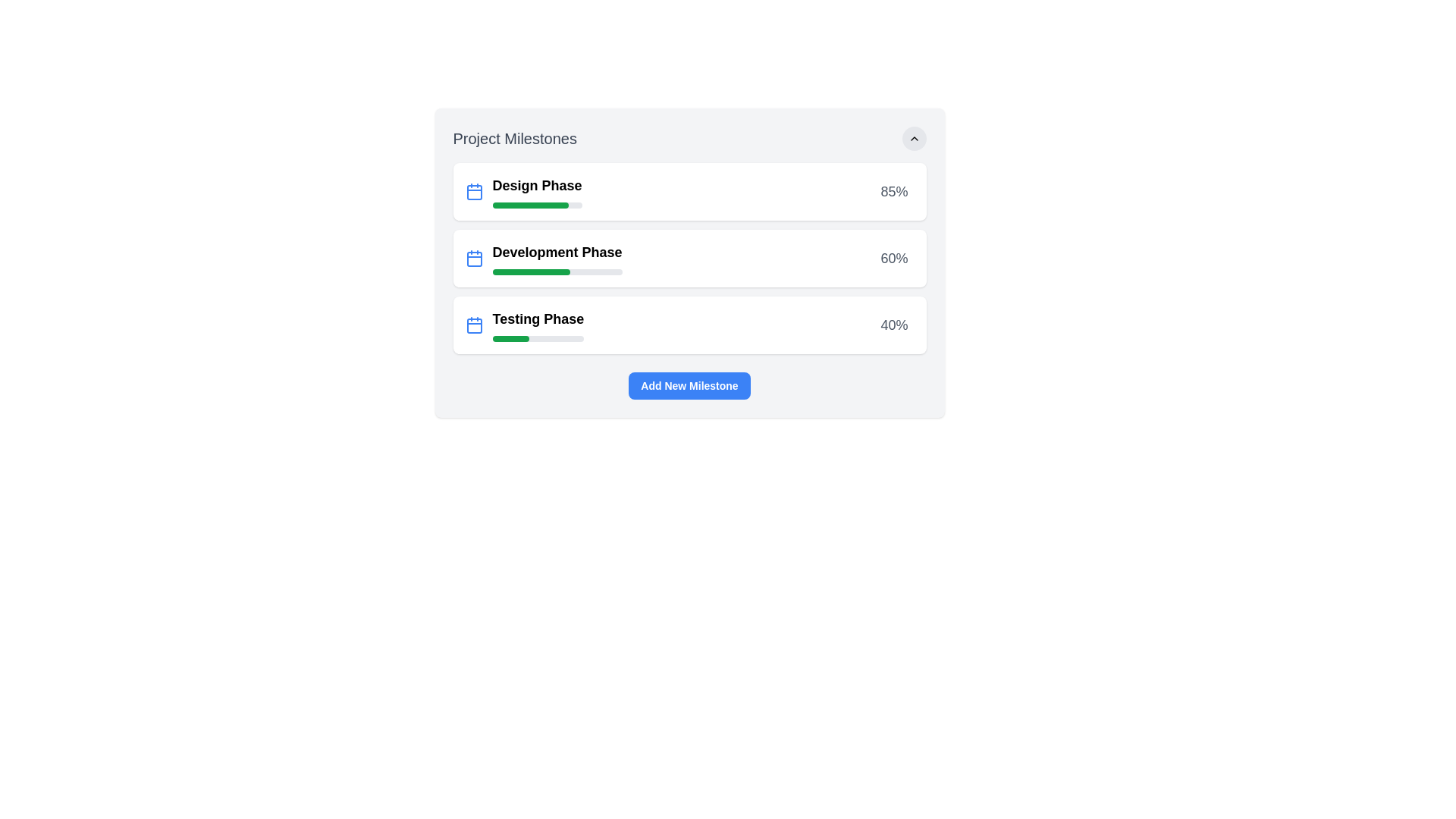 This screenshot has height=819, width=1456. Describe the element at coordinates (473, 192) in the screenshot. I see `the decorative shape within the blue calendar icon, which has rounded corners, located adjacent to the 'Development Phase' label in the milestones list` at that location.